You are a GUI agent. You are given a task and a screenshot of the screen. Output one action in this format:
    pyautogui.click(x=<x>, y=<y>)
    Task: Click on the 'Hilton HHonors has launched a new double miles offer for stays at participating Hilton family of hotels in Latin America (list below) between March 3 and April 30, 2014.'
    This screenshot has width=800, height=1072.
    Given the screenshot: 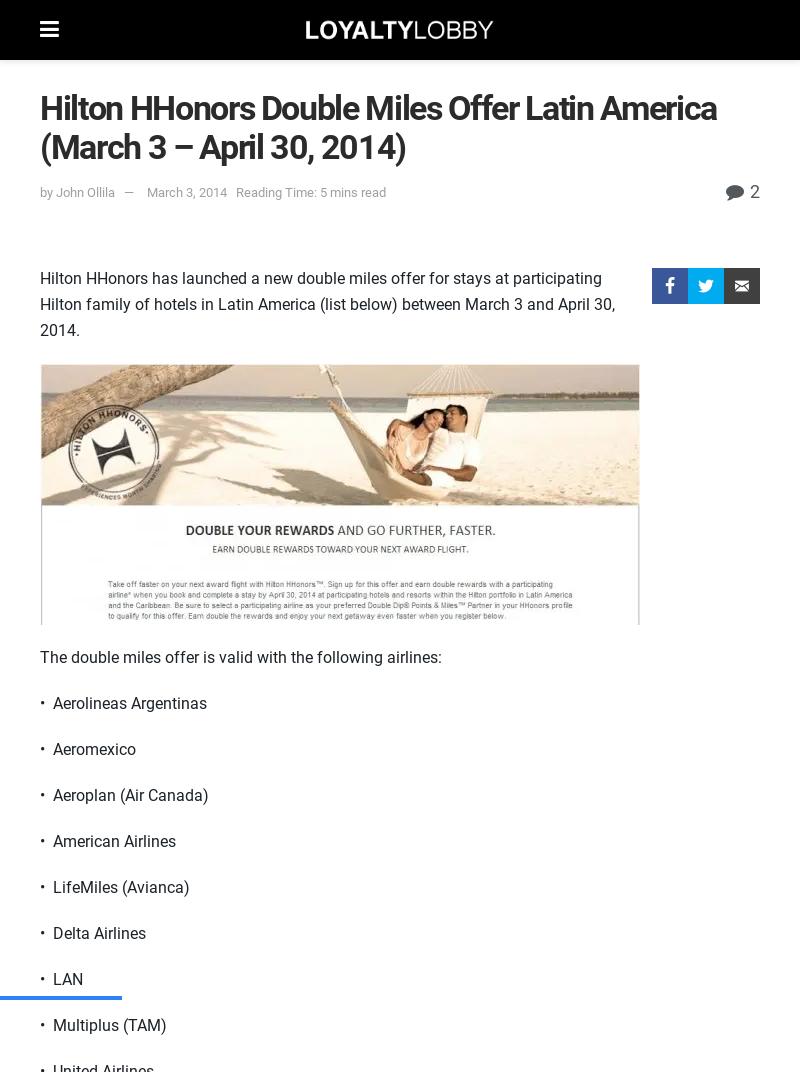 What is the action you would take?
    pyautogui.click(x=326, y=303)
    